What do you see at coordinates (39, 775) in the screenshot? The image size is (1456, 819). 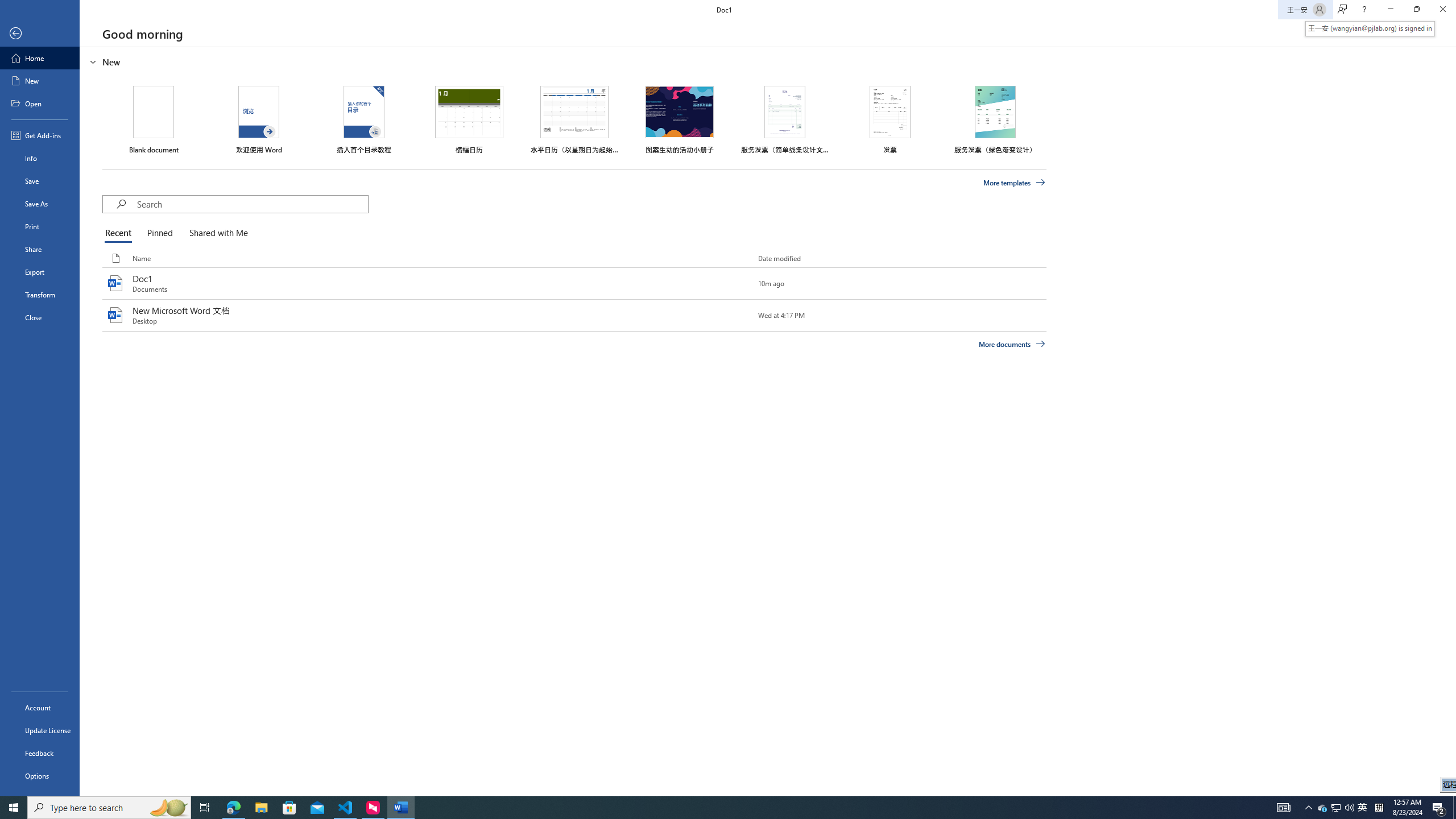 I see `'Options'` at bounding box center [39, 775].